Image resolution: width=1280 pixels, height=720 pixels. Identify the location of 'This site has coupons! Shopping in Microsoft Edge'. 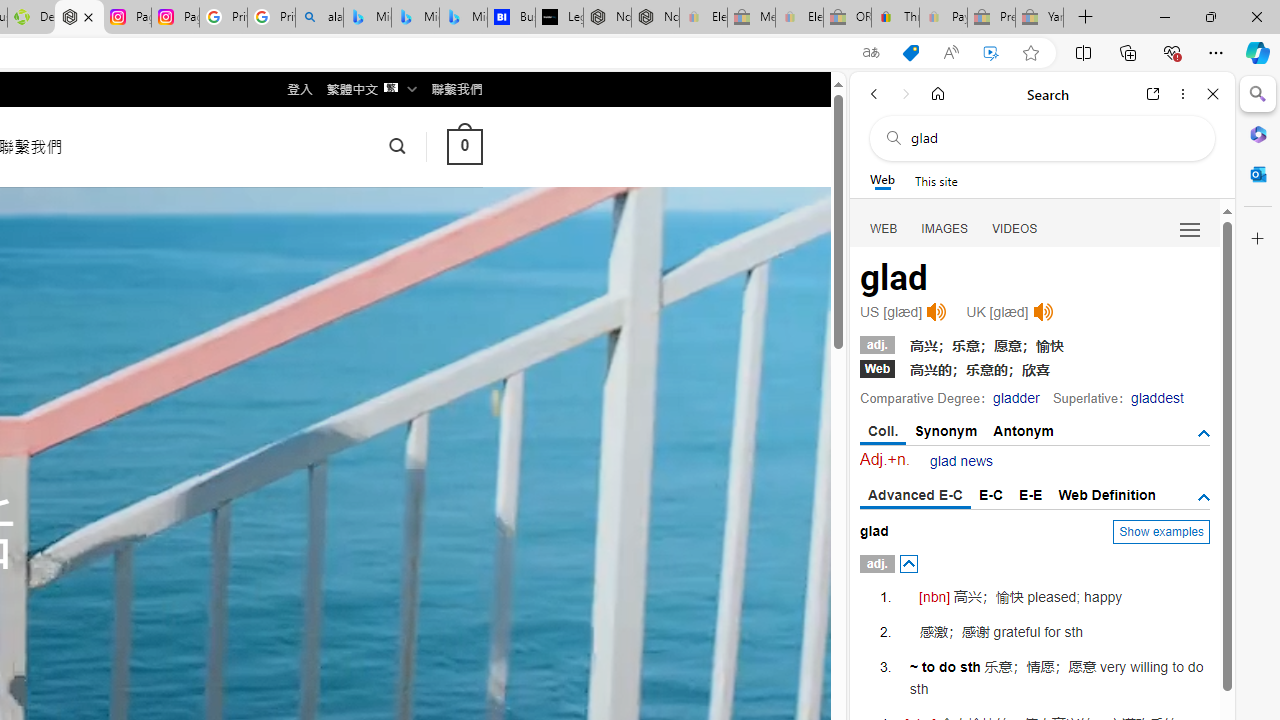
(909, 52).